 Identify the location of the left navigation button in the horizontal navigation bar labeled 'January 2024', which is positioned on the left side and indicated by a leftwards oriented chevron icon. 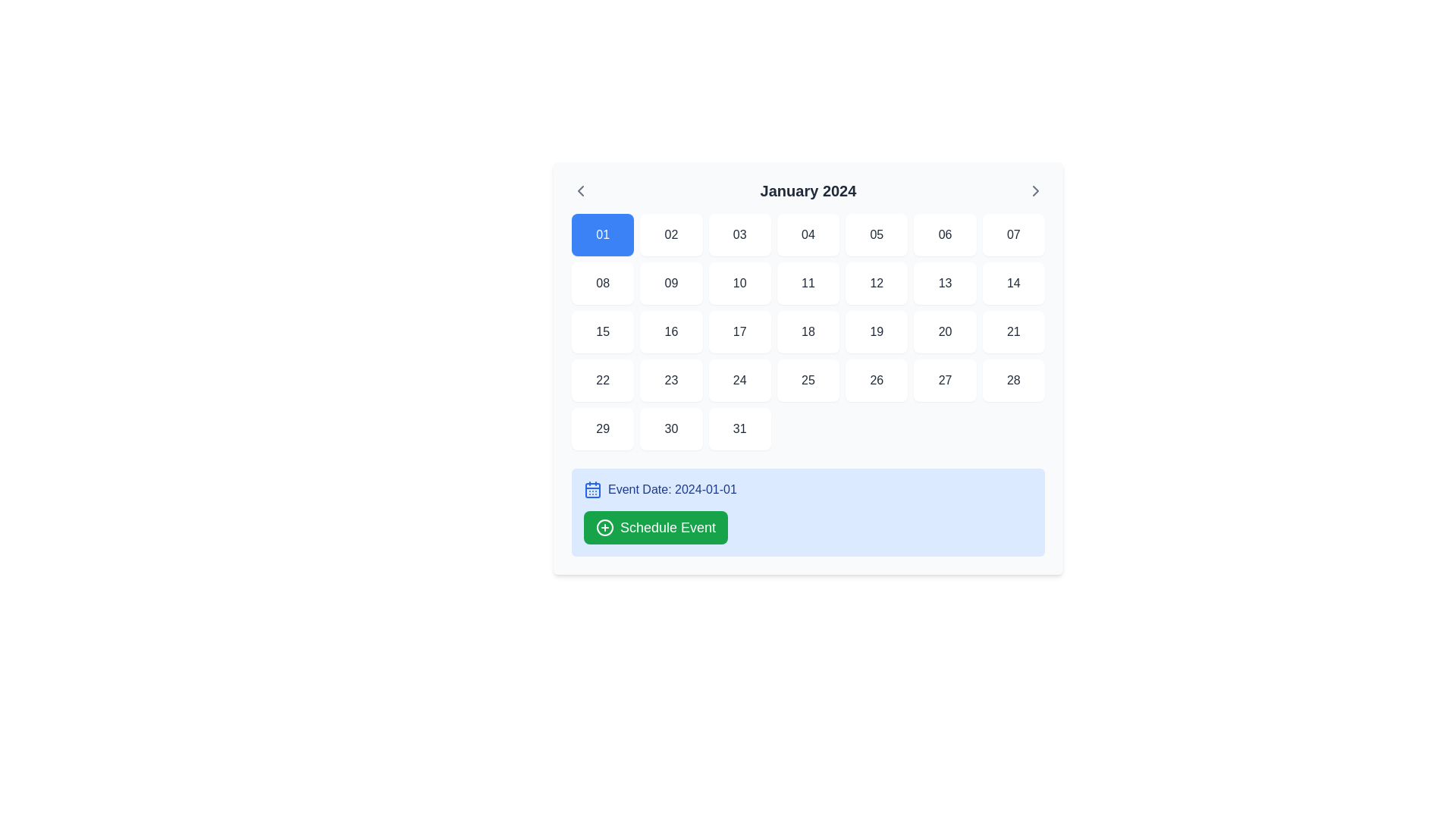
(580, 190).